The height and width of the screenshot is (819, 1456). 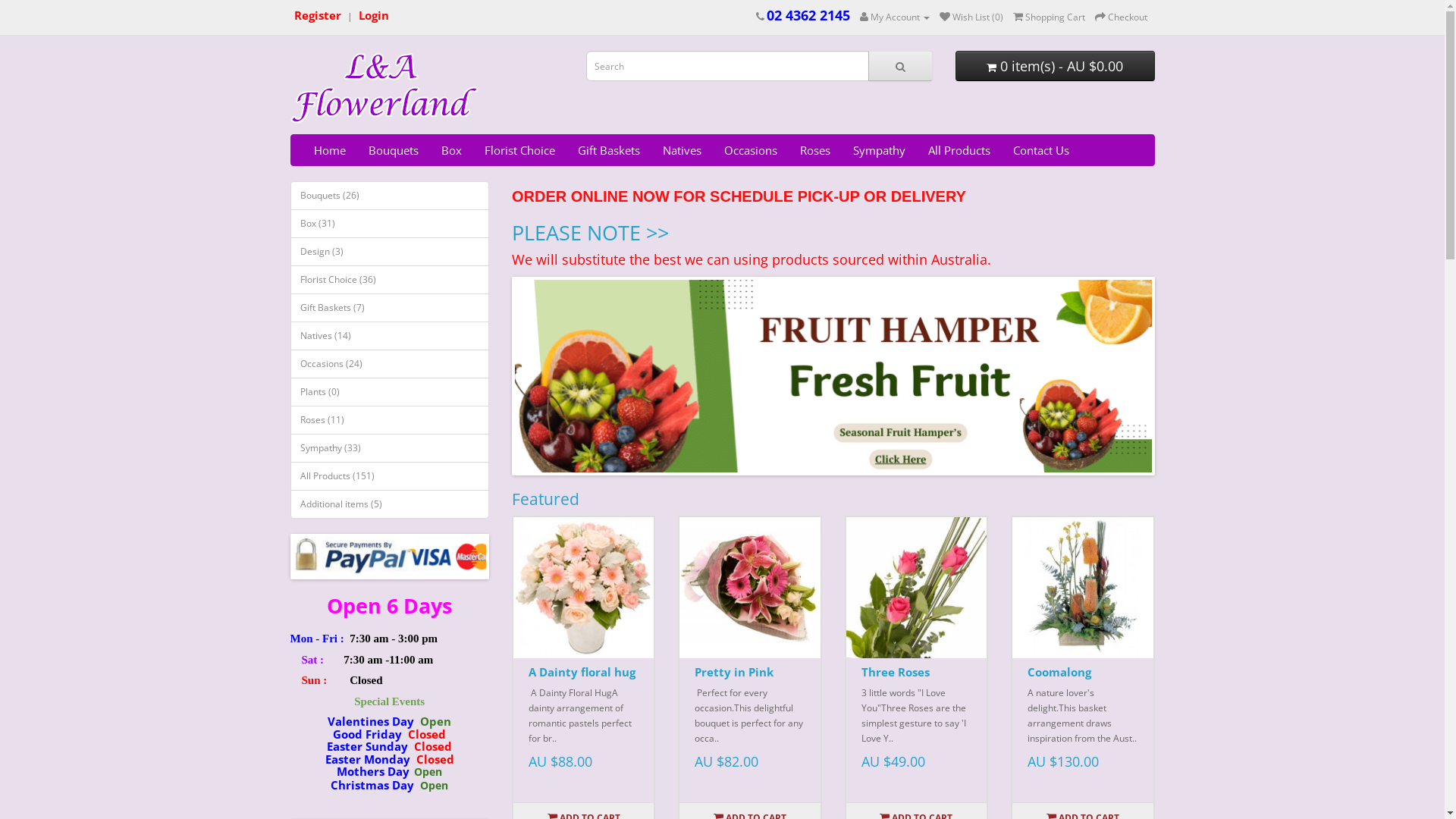 What do you see at coordinates (680, 149) in the screenshot?
I see `'Natives'` at bounding box center [680, 149].